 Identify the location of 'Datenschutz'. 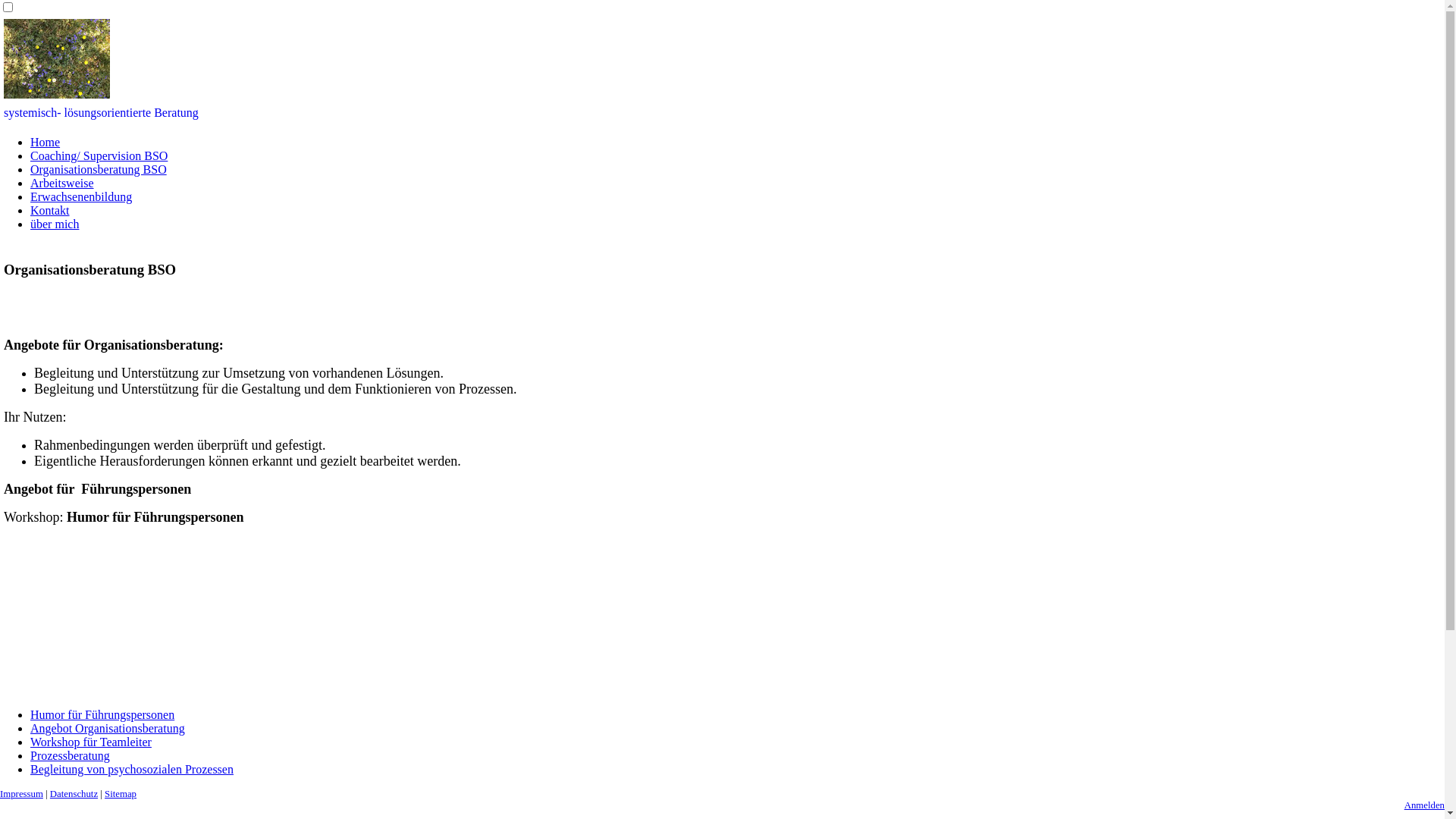
(73, 792).